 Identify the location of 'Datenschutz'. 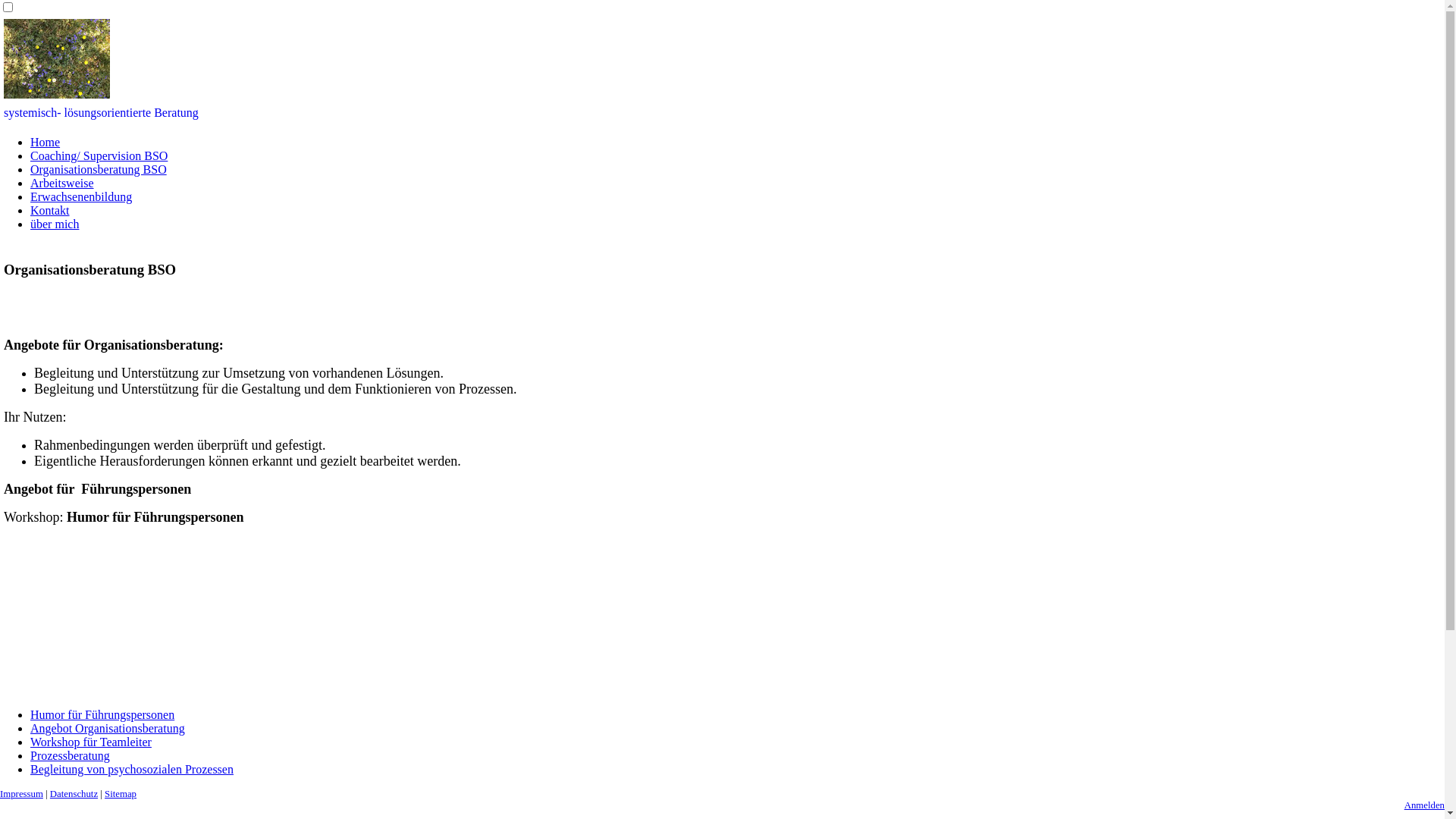
(73, 792).